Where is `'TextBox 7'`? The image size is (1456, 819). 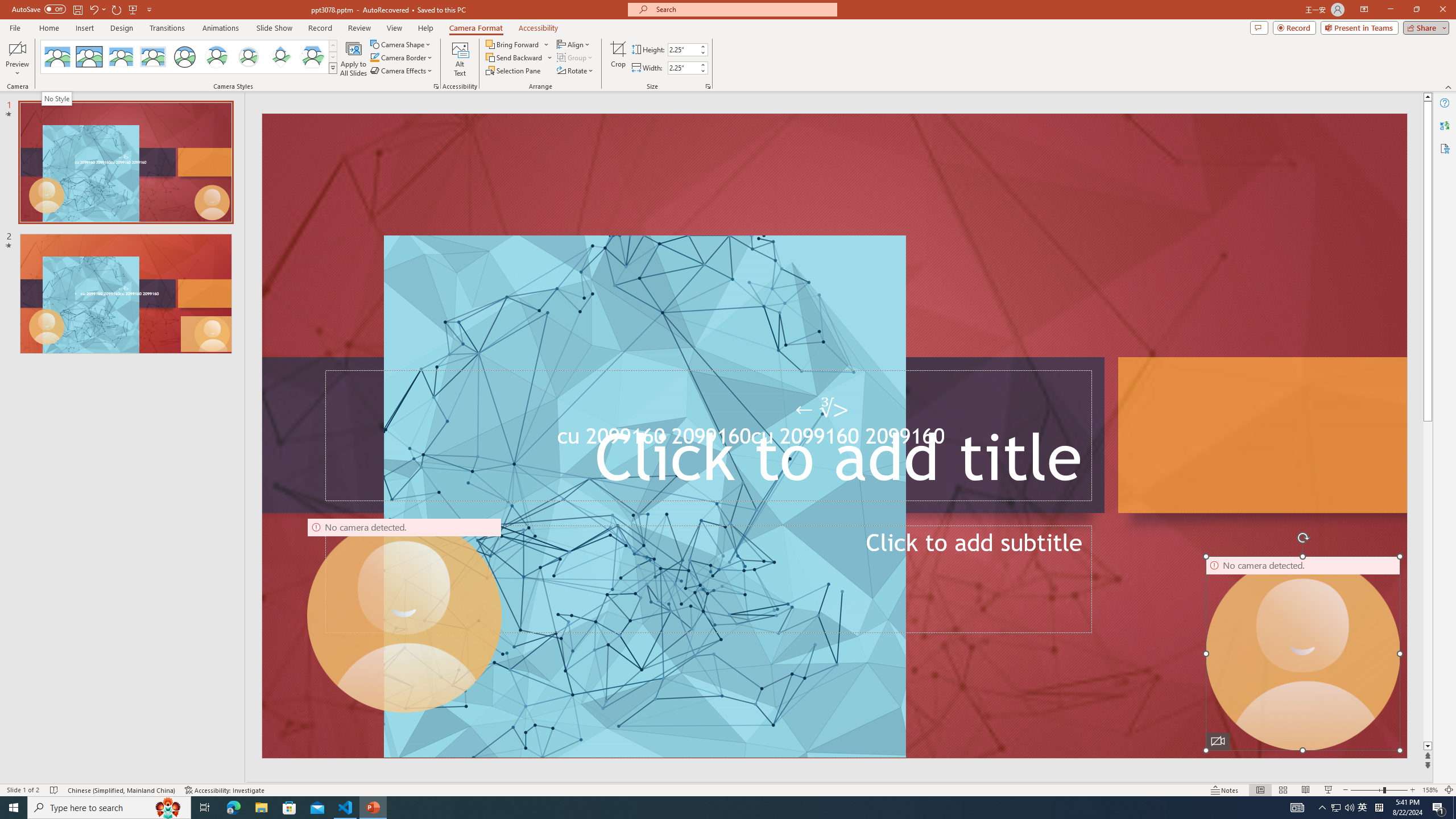
'TextBox 7' is located at coordinates (822, 409).